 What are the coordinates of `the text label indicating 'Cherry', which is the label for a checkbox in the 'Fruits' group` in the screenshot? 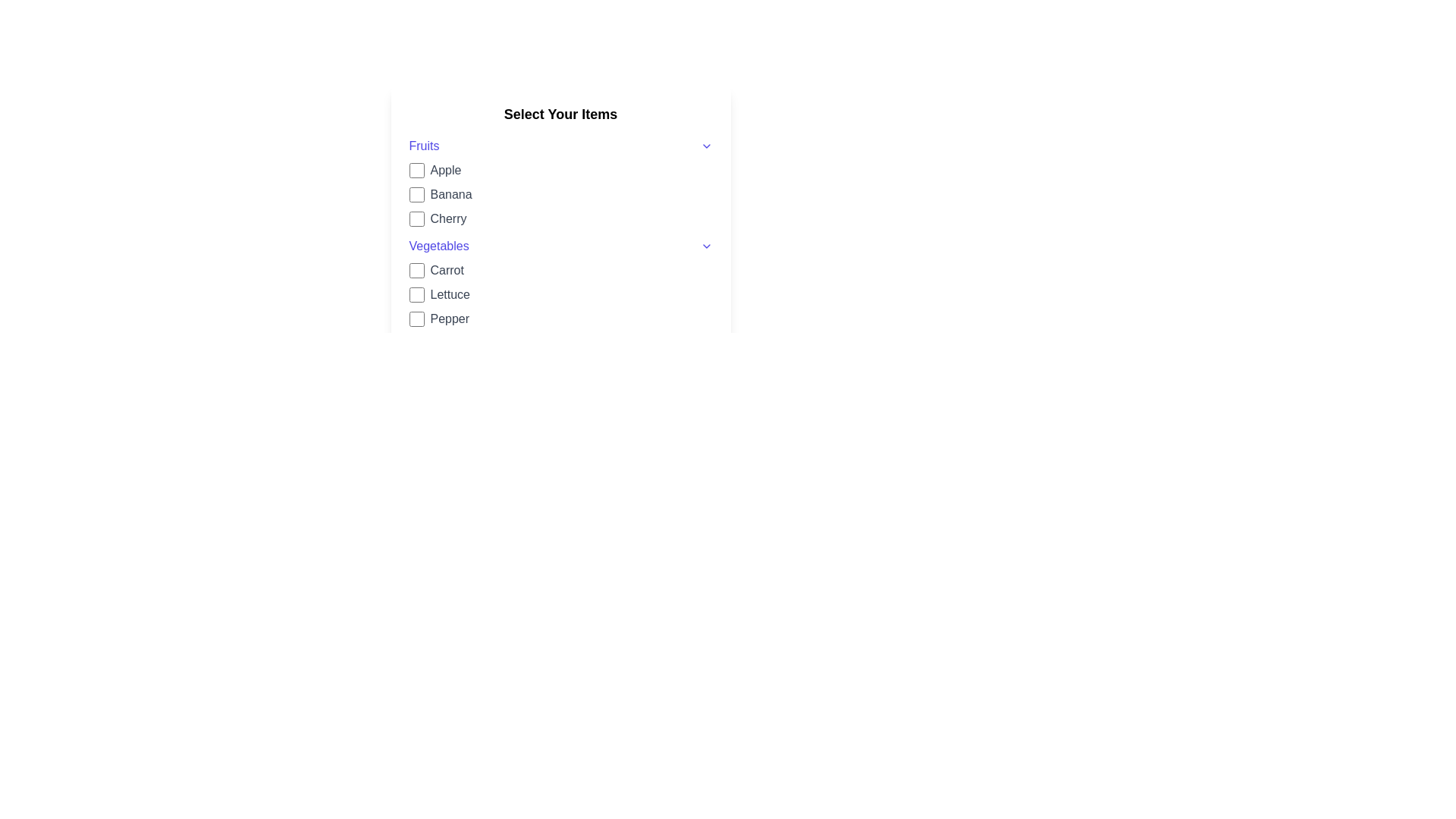 It's located at (447, 219).